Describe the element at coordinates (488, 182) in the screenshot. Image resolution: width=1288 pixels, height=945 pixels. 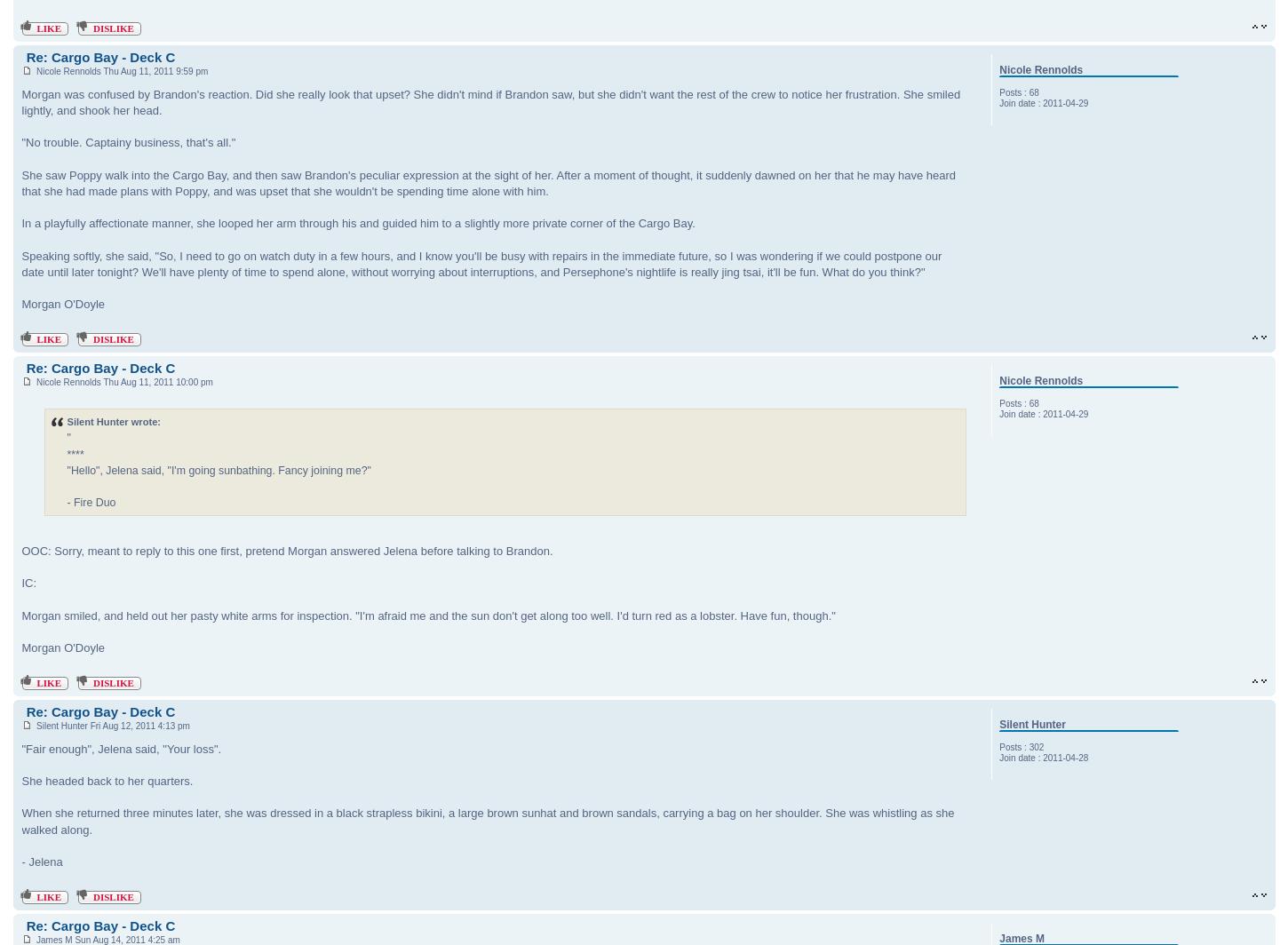
I see `'She saw Poppy walk into the Cargo Bay, and then saw Brandon's peculiar expression at the sight of her. After a moment of thought, it suddenly dawned on her that he may have heard that she had made plans with Poppy, and was upset that she wouldn't be spending time alone with him.'` at that location.